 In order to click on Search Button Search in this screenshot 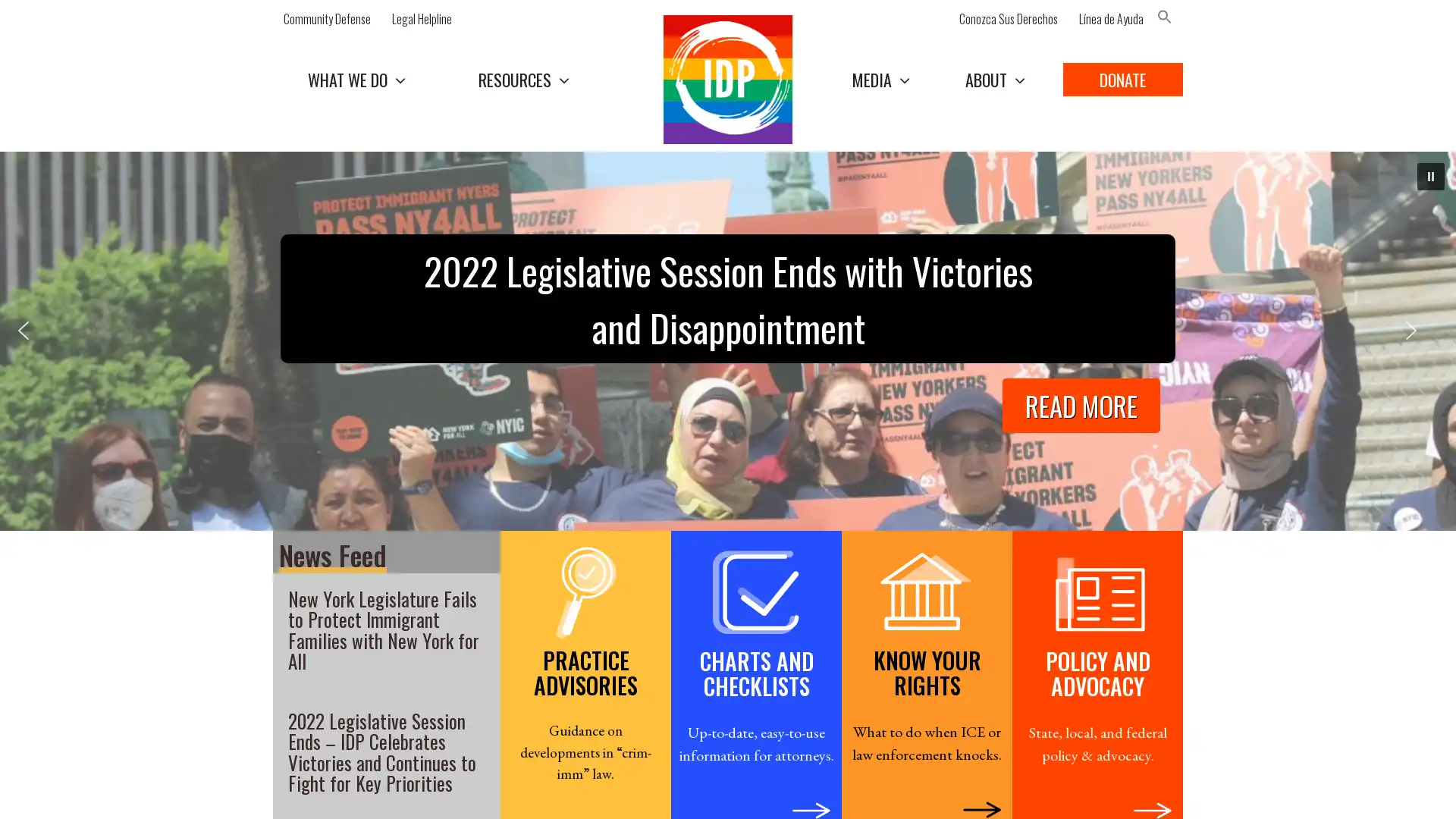, I will do `click(1196, 49)`.